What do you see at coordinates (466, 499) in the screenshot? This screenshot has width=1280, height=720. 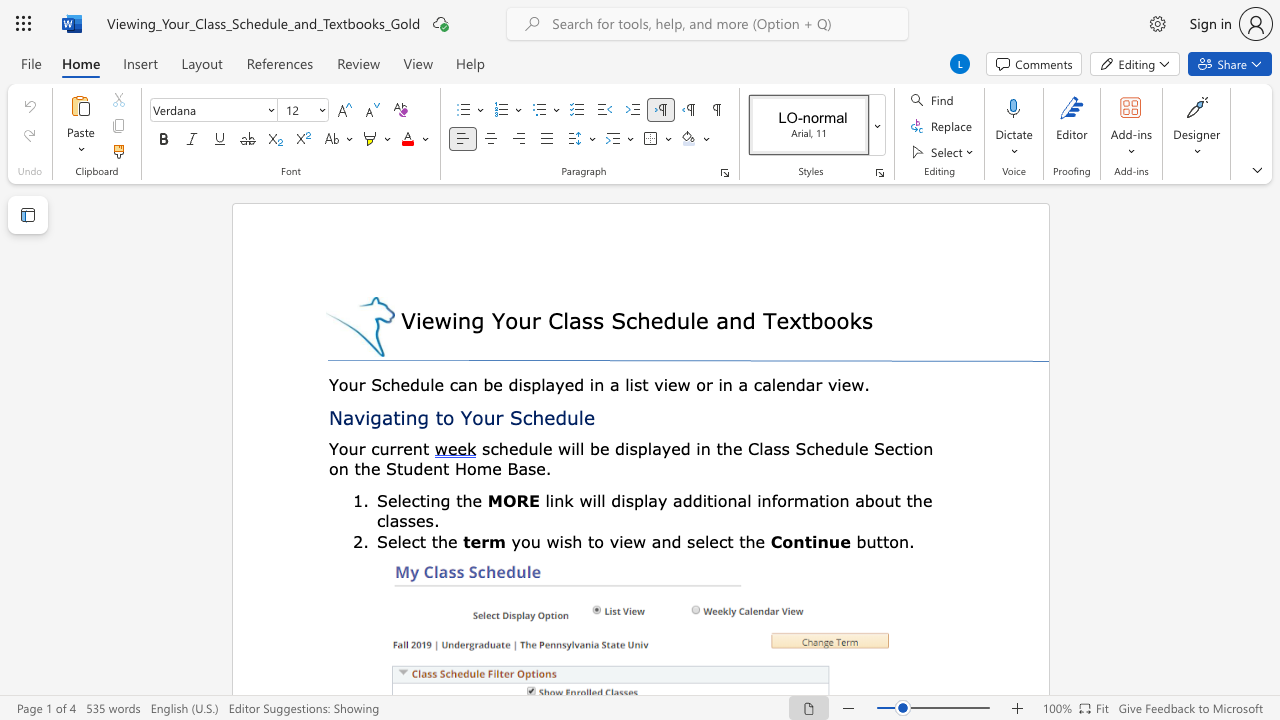 I see `the 1th character "h" in the text` at bounding box center [466, 499].